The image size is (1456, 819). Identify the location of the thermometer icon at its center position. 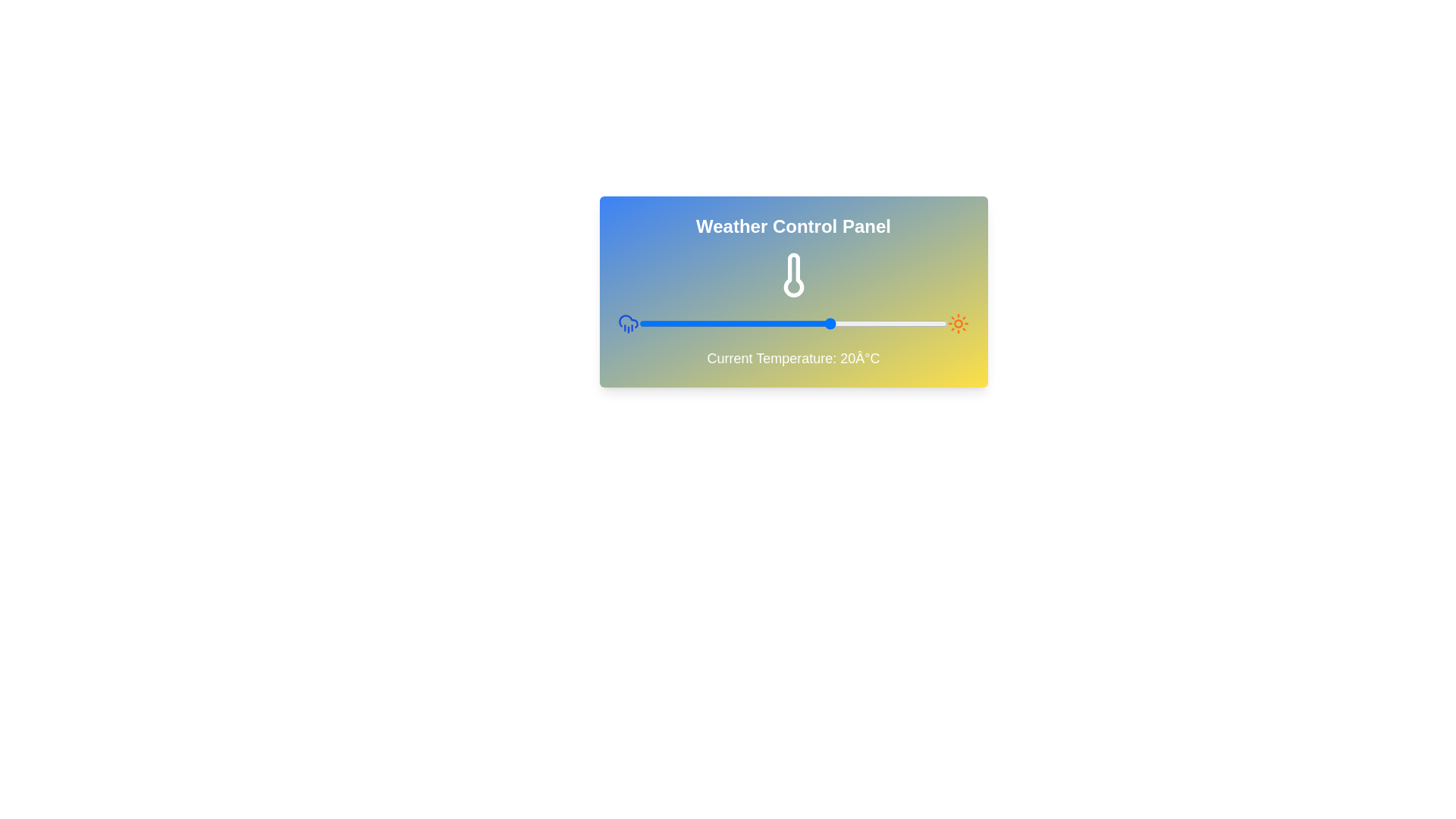
(792, 275).